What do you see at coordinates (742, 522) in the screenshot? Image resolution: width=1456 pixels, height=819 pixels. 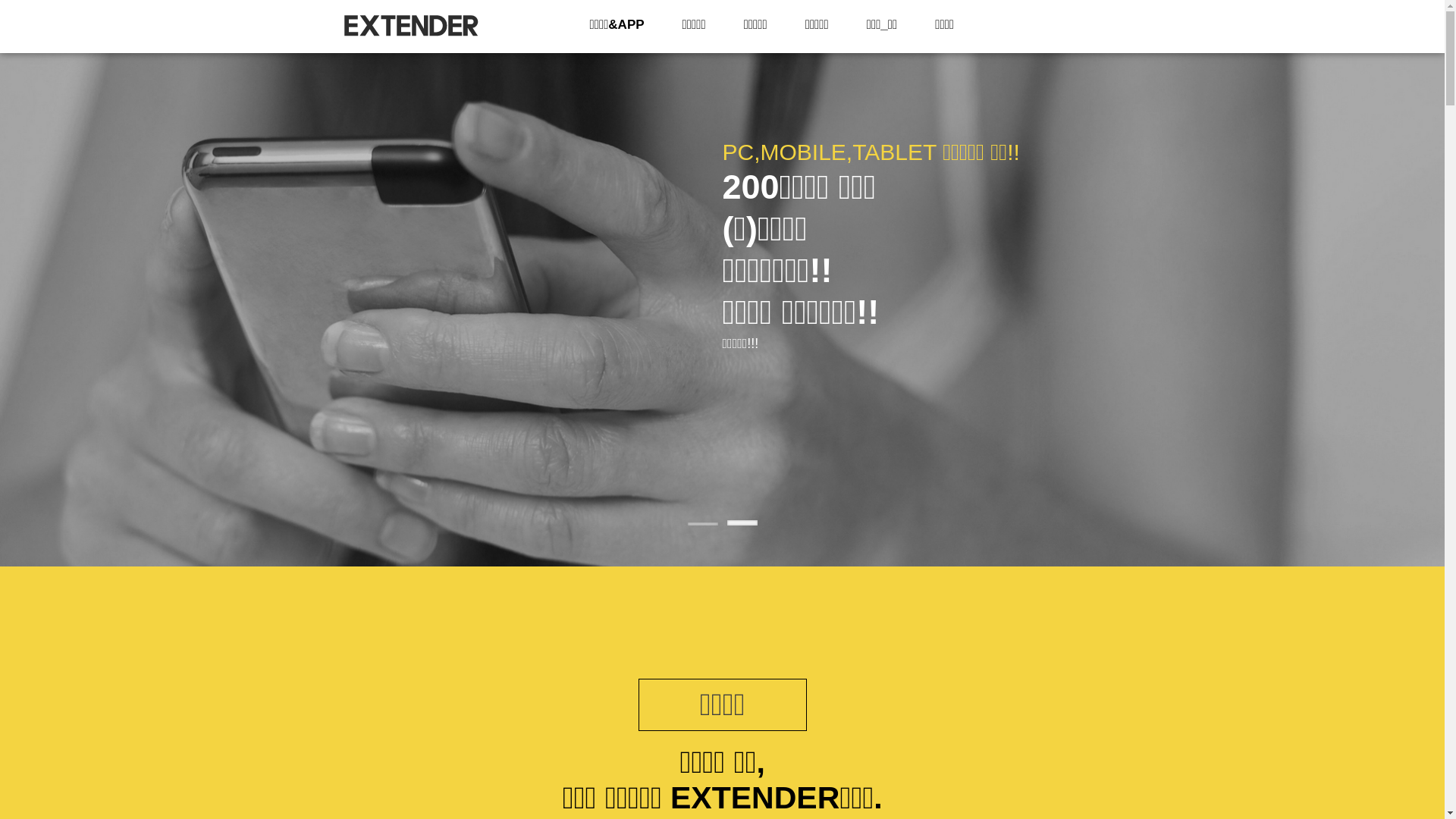 I see `'2'` at bounding box center [742, 522].